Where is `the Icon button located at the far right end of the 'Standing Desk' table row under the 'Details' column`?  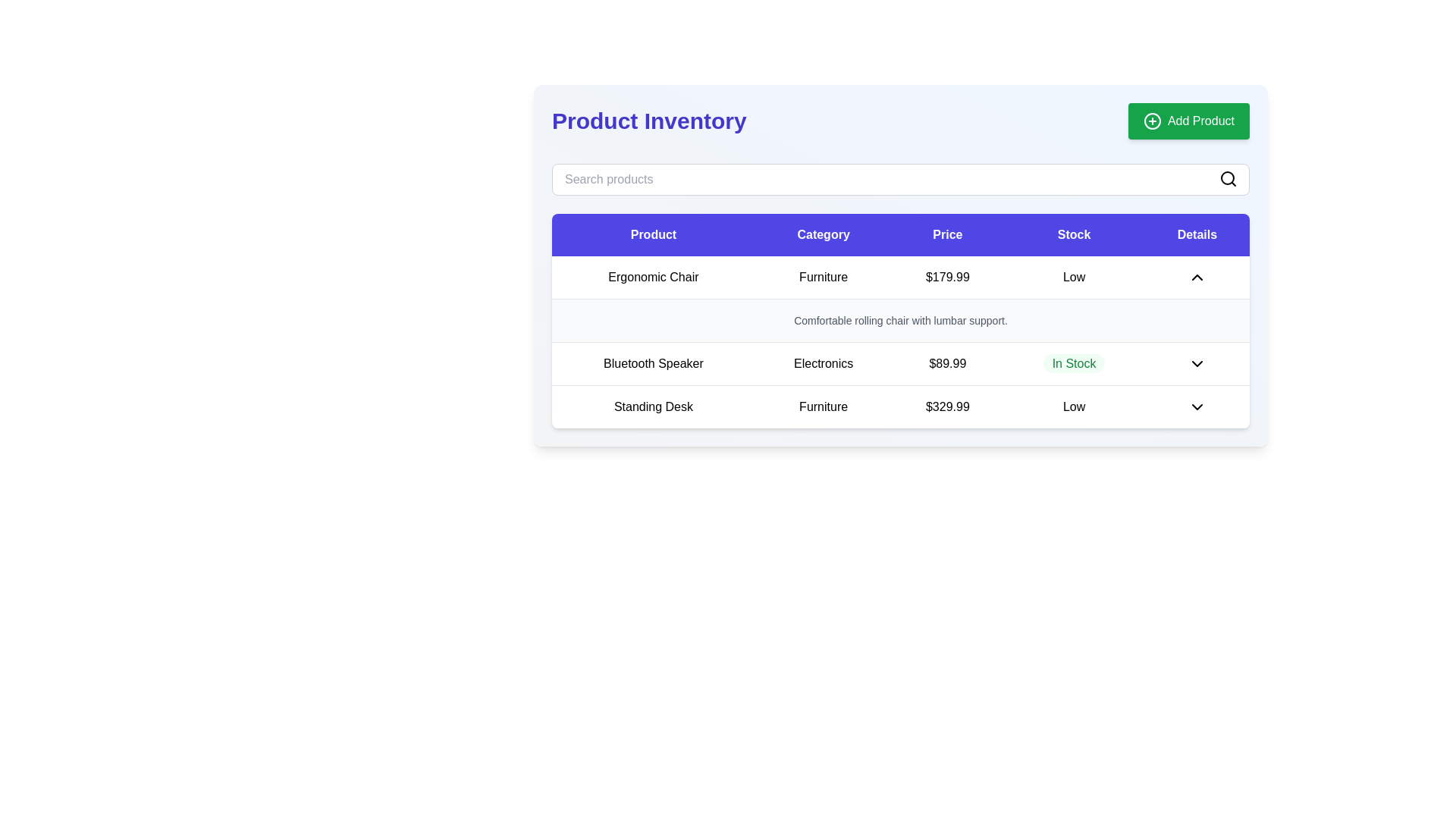
the Icon button located at the far right end of the 'Standing Desk' table row under the 'Details' column is located at coordinates (1196, 406).